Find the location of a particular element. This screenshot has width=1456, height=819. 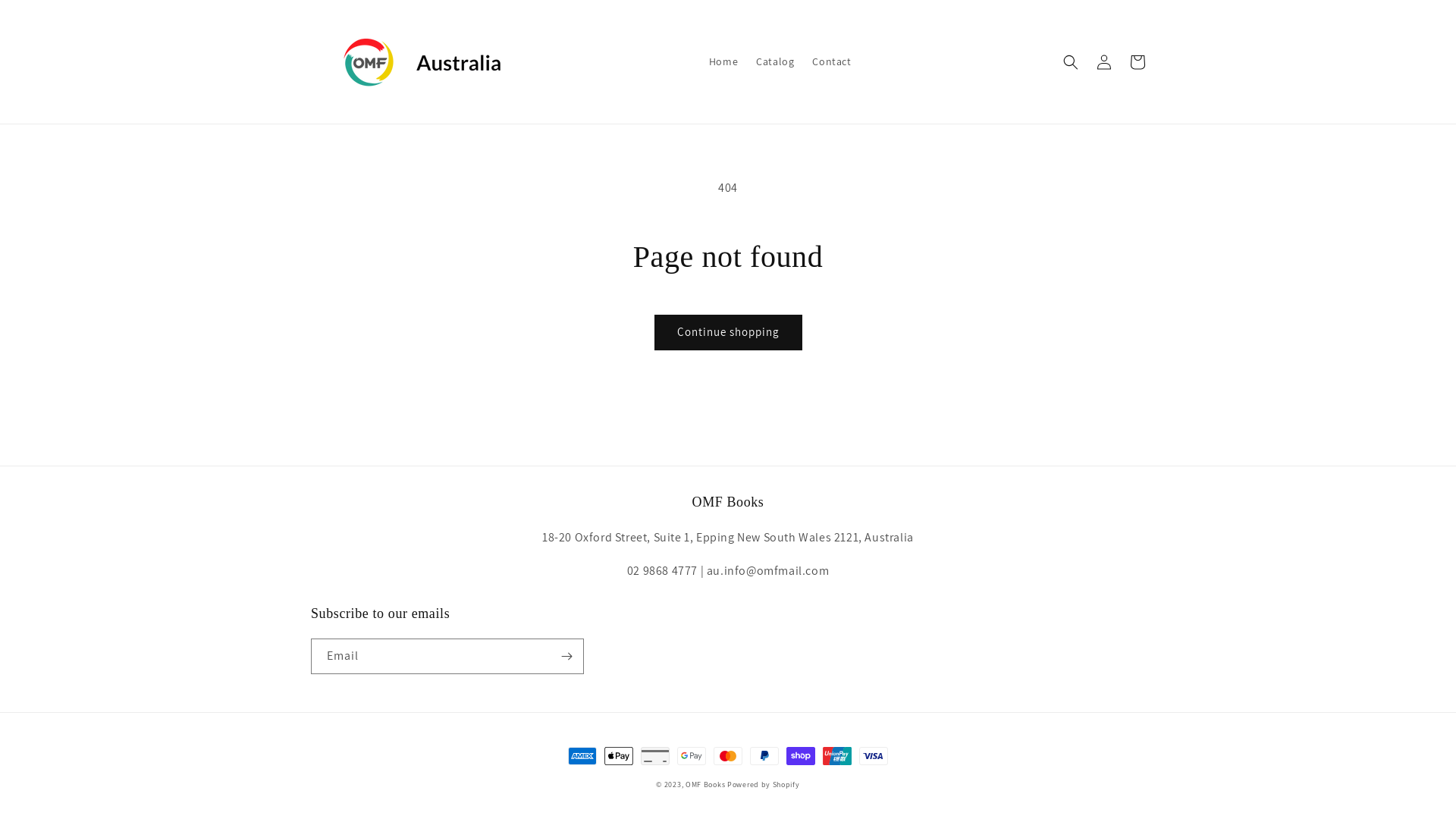

'Powered by Shopify' is located at coordinates (764, 784).